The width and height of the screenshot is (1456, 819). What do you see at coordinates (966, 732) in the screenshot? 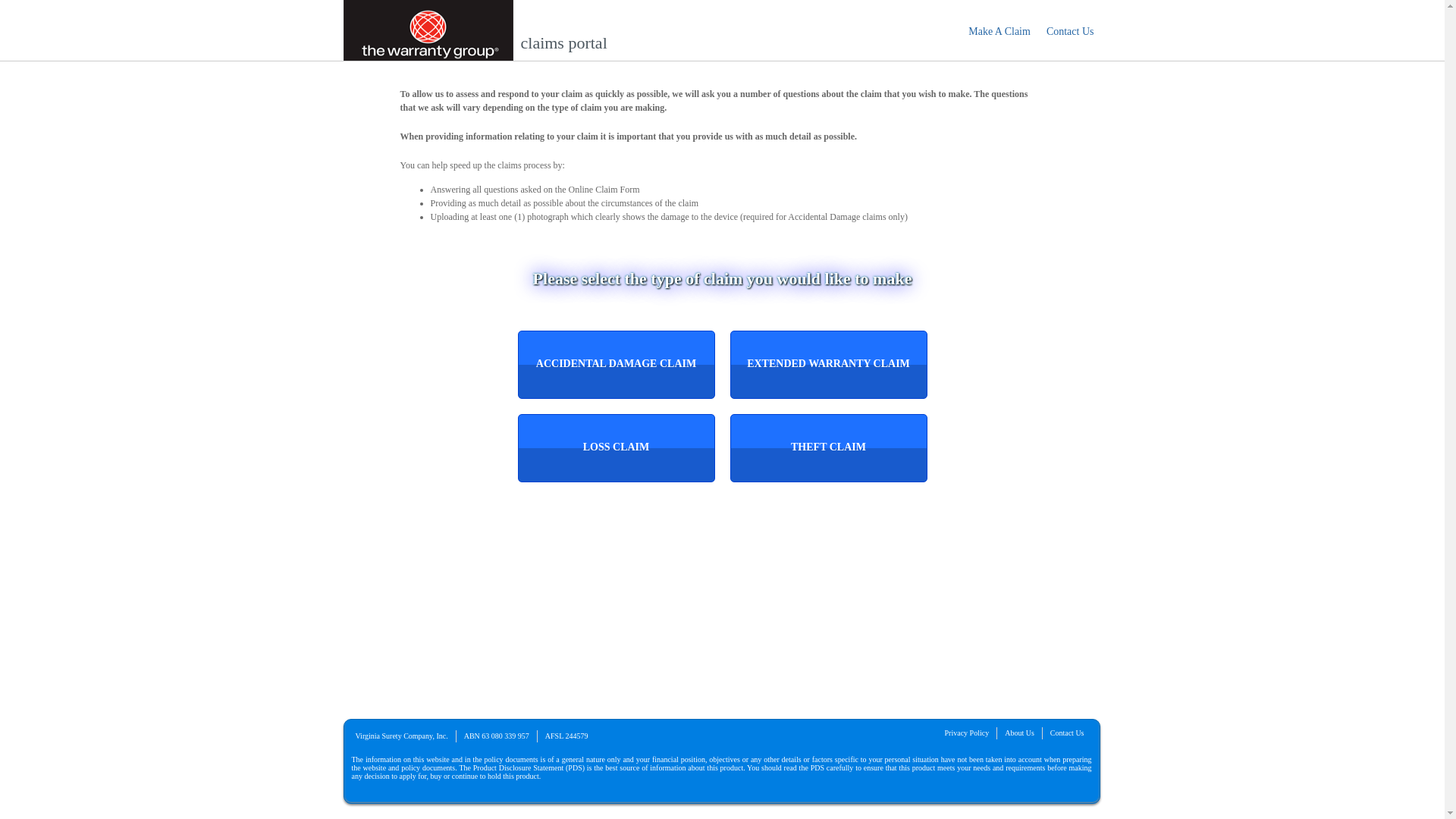
I see `'Privacy Policy'` at bounding box center [966, 732].